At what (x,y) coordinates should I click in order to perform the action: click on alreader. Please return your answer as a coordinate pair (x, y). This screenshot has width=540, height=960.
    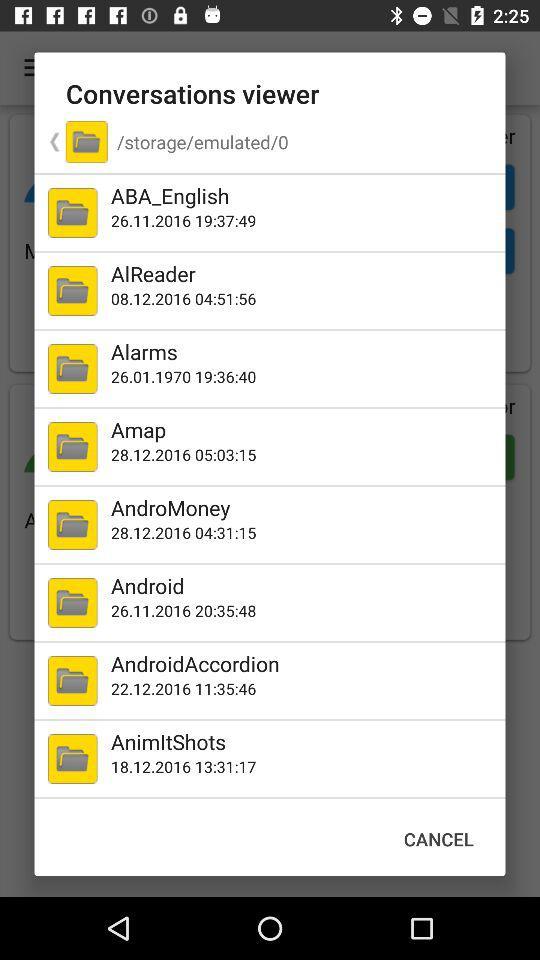
    Looking at the image, I should click on (303, 272).